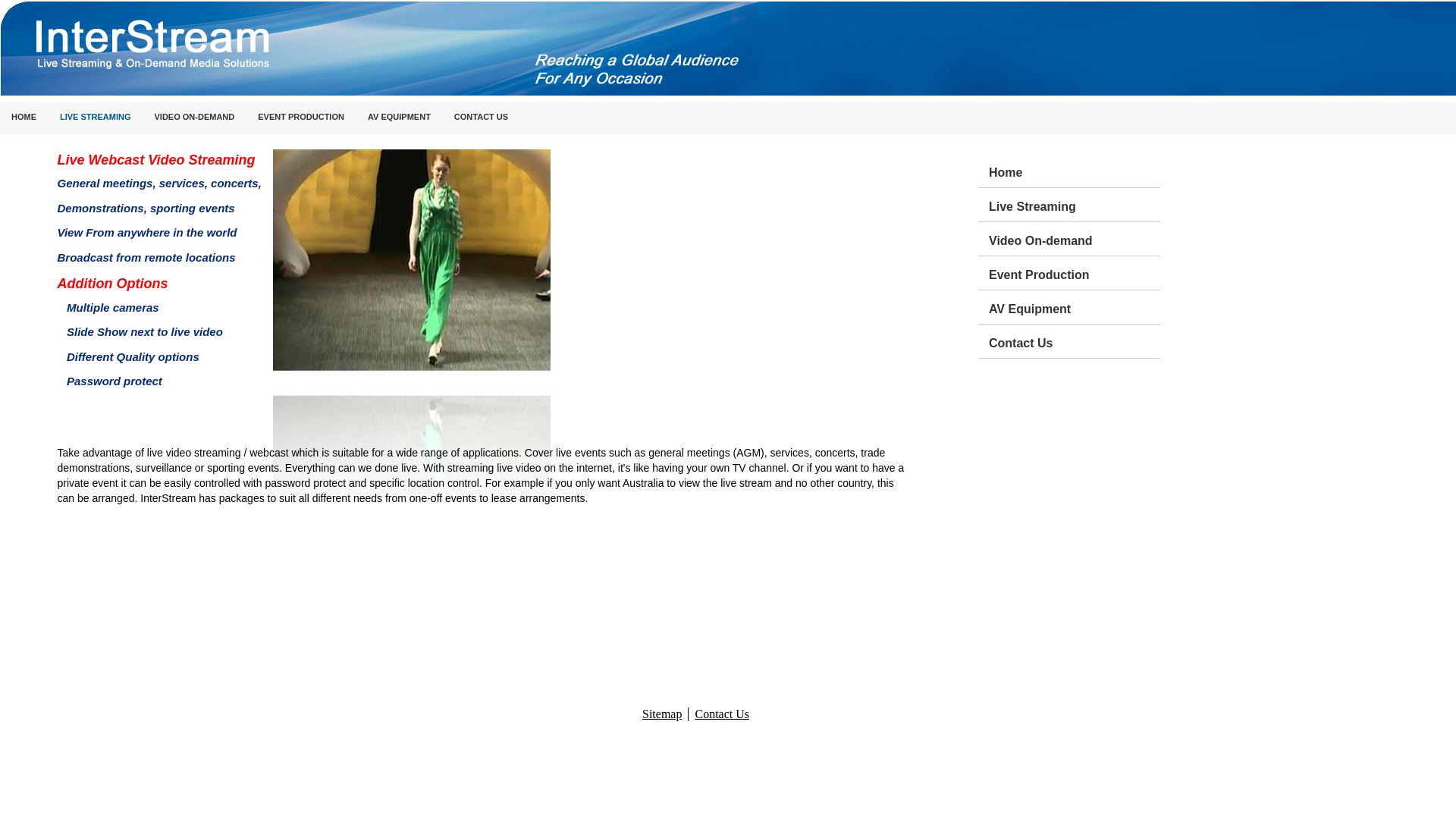 The height and width of the screenshot is (819, 1456). I want to click on 'Home', so click(1073, 170).